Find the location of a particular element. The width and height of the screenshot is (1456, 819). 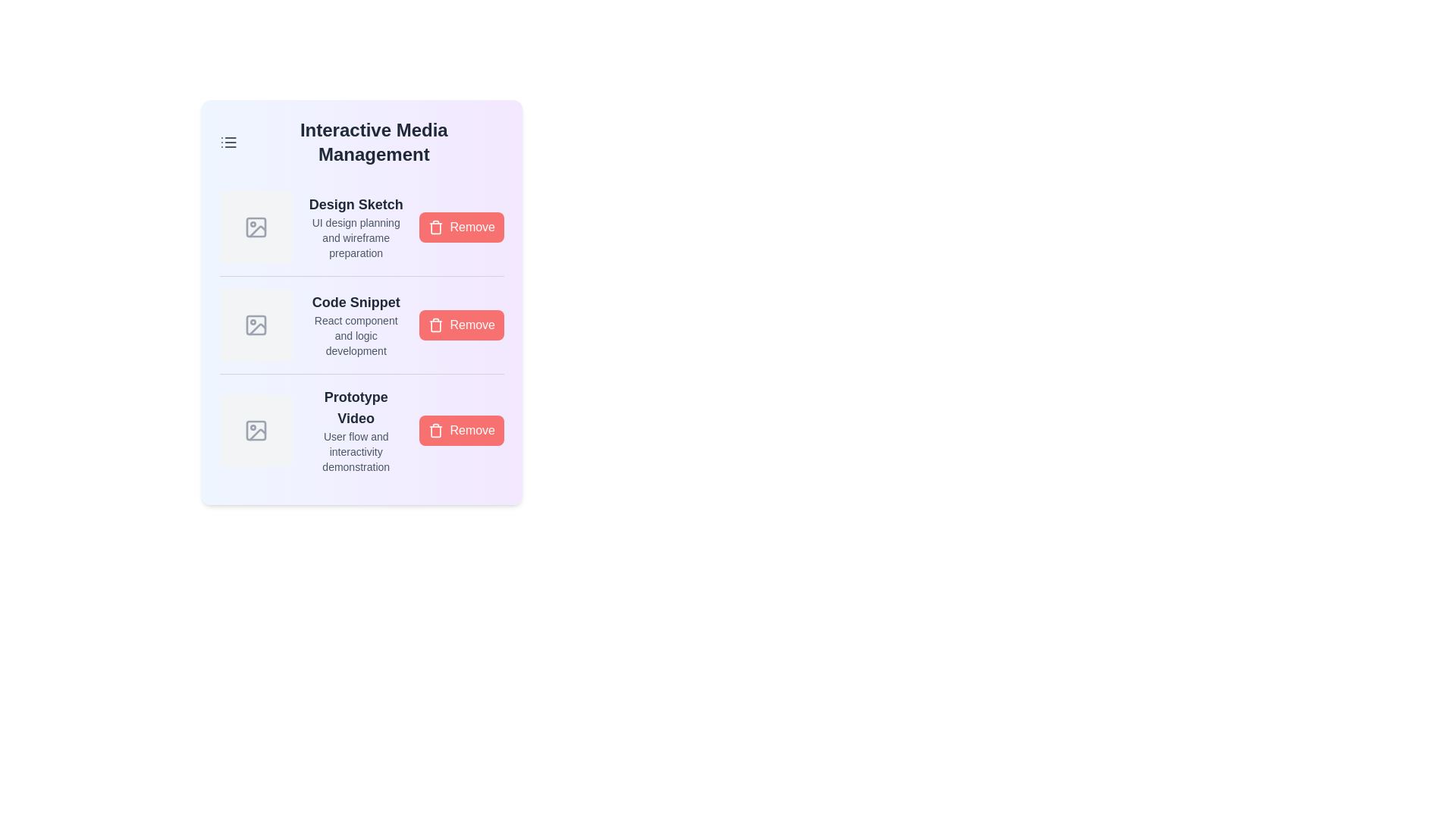

'Remove' button for the item with the name 'Prototype Video' is located at coordinates (461, 430).